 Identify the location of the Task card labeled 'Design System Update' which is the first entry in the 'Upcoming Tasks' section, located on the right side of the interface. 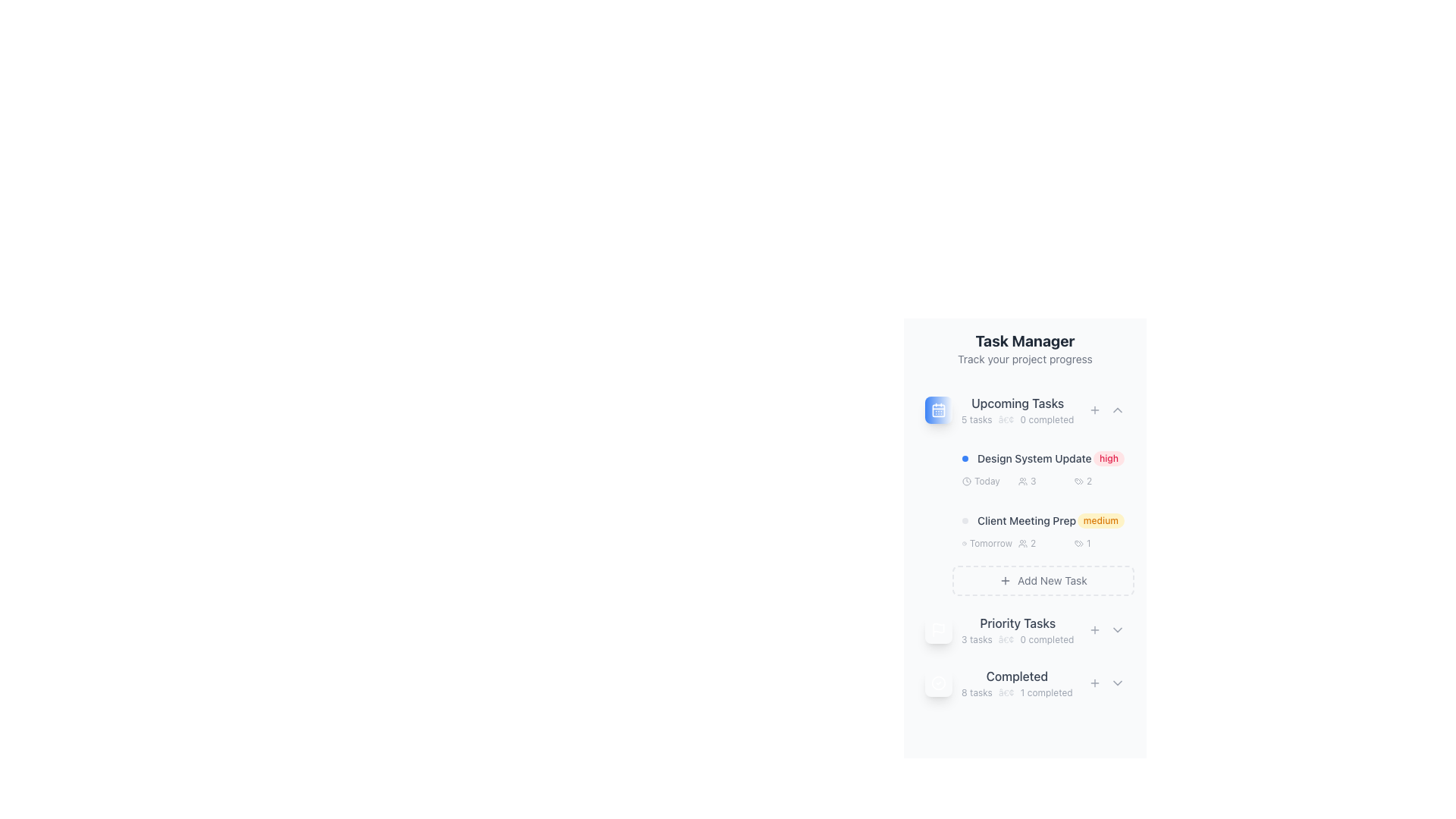
(1043, 468).